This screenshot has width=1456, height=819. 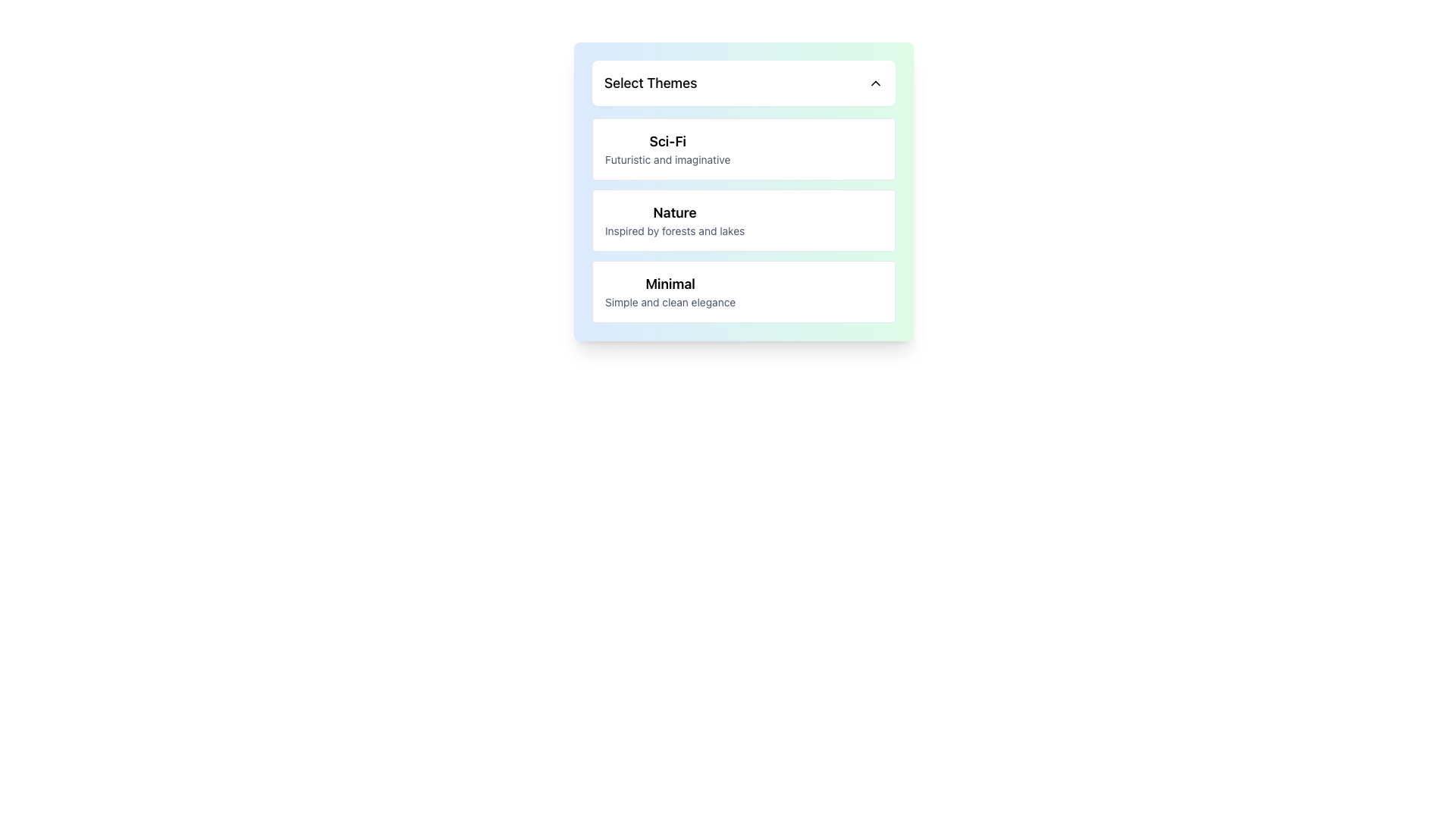 What do you see at coordinates (669, 284) in the screenshot?
I see `the title text for the 'Minimal' theme option located in the third position of the theme selection list` at bounding box center [669, 284].